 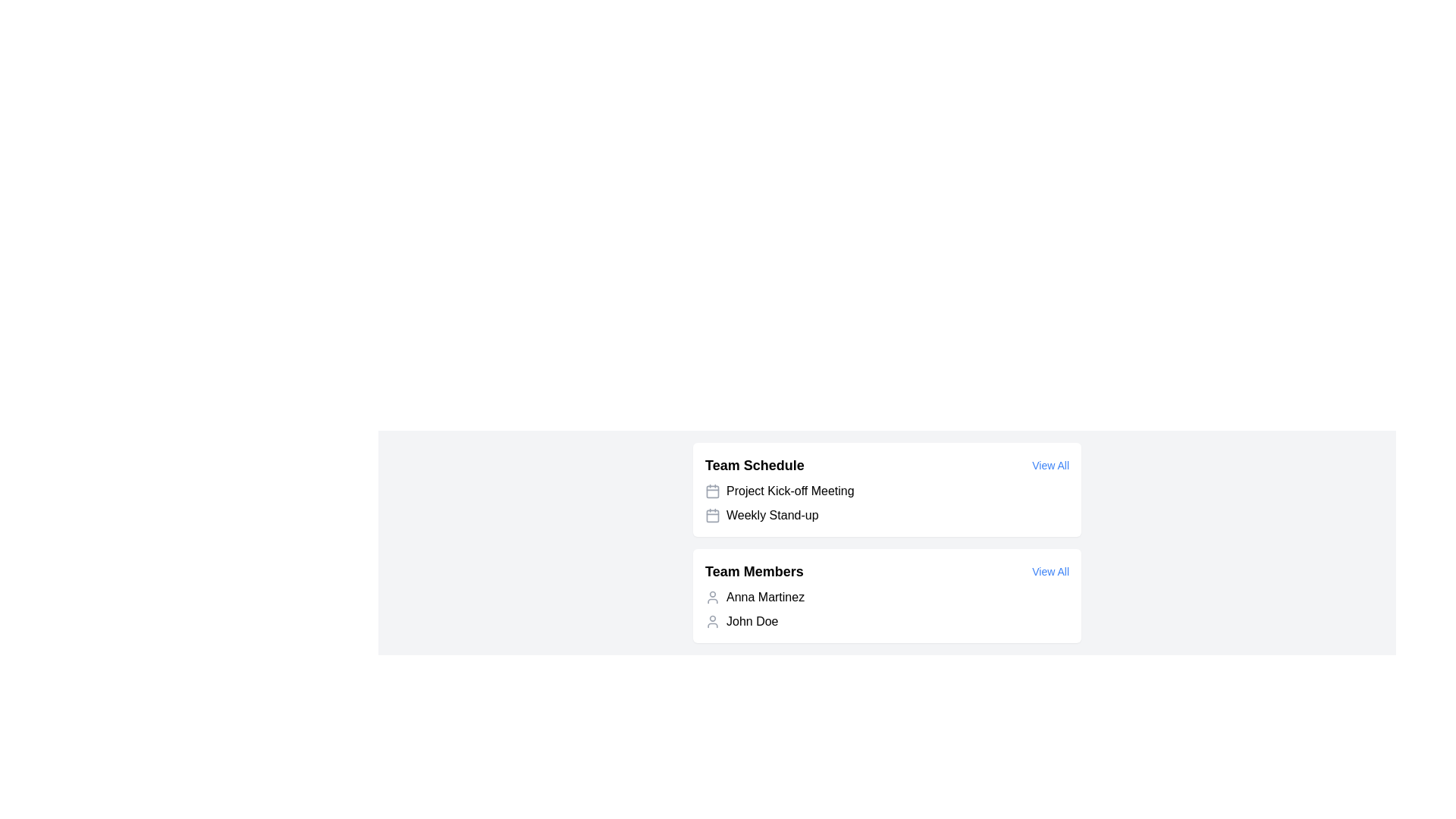 What do you see at coordinates (752, 622) in the screenshot?
I see `the text 'John Doe' located in the 'Team Members' section, which appears below 'Anna Martinez' and to the right of the user avatar icon` at bounding box center [752, 622].